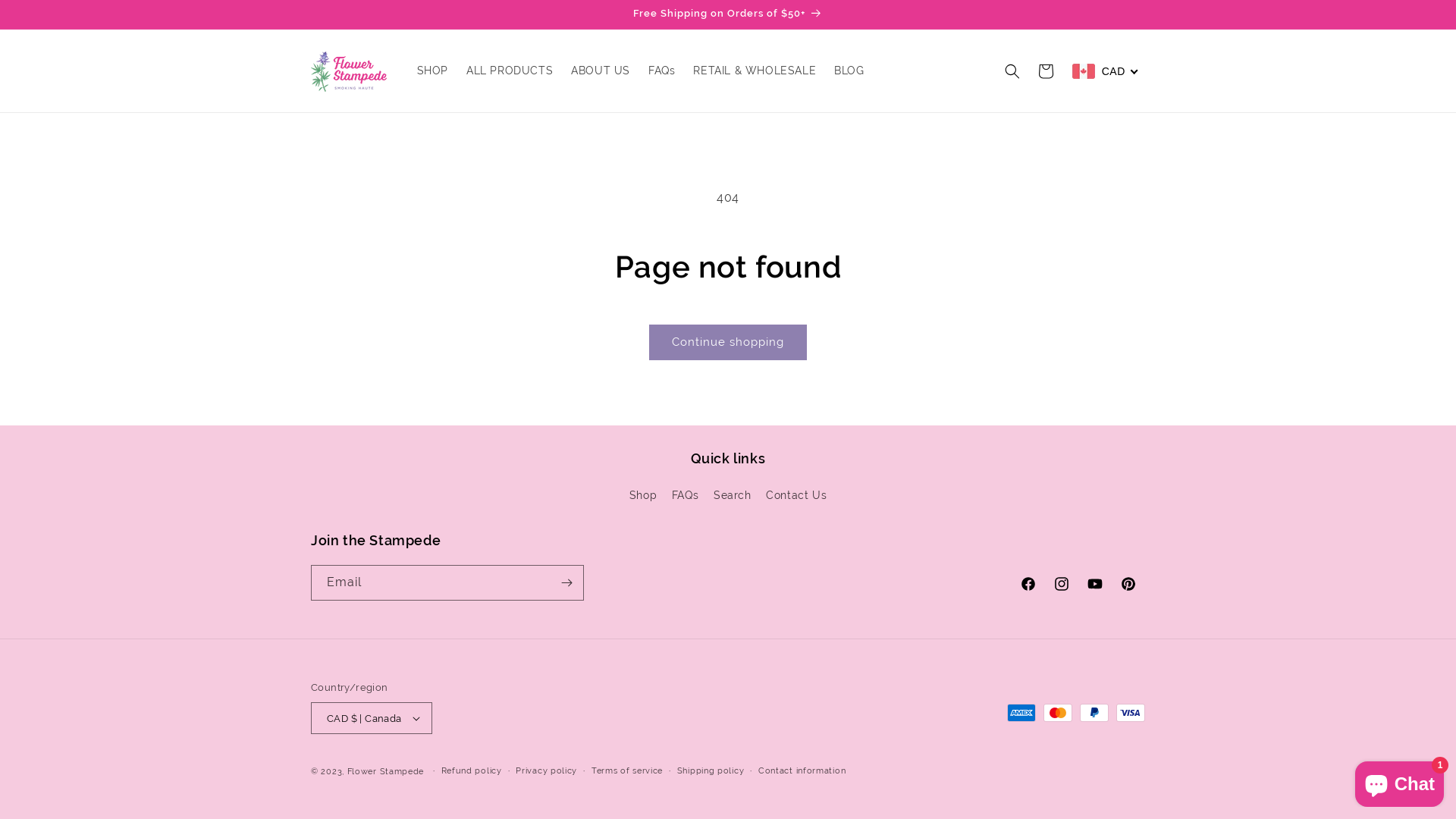  Describe the element at coordinates (346, 771) in the screenshot. I see `'Flower Stampede'` at that location.